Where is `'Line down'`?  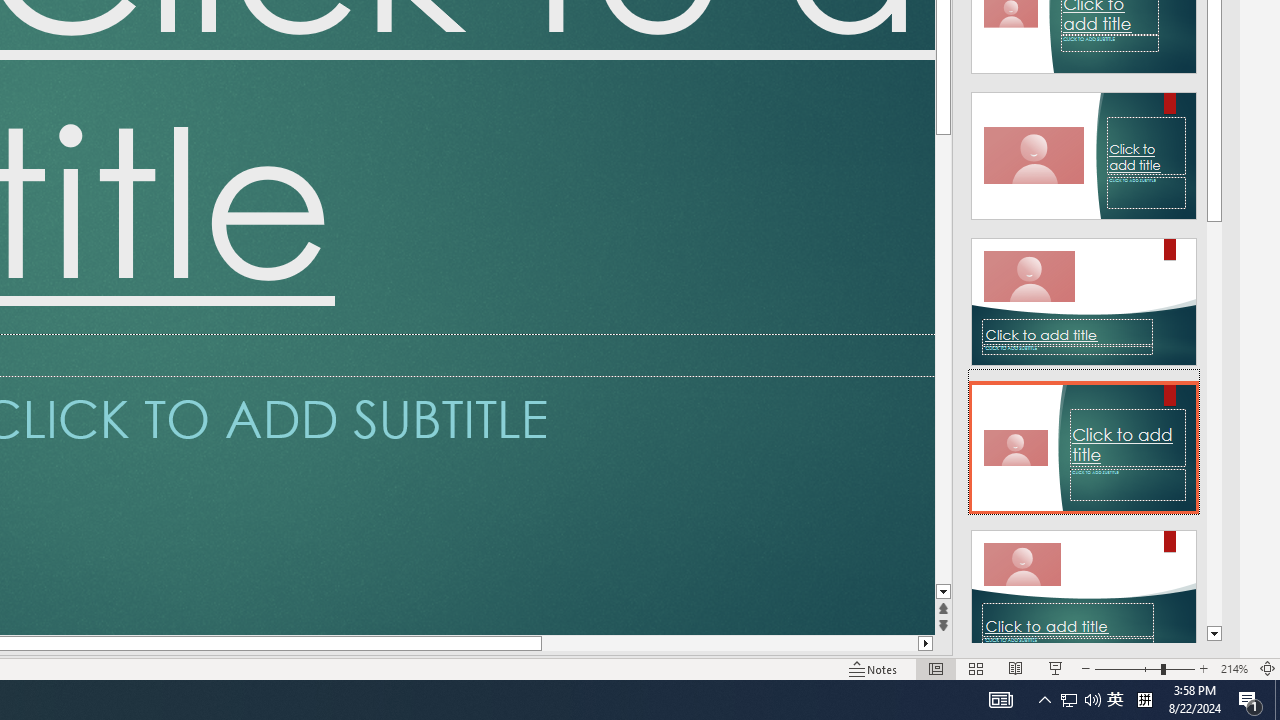 'Line down' is located at coordinates (942, 591).